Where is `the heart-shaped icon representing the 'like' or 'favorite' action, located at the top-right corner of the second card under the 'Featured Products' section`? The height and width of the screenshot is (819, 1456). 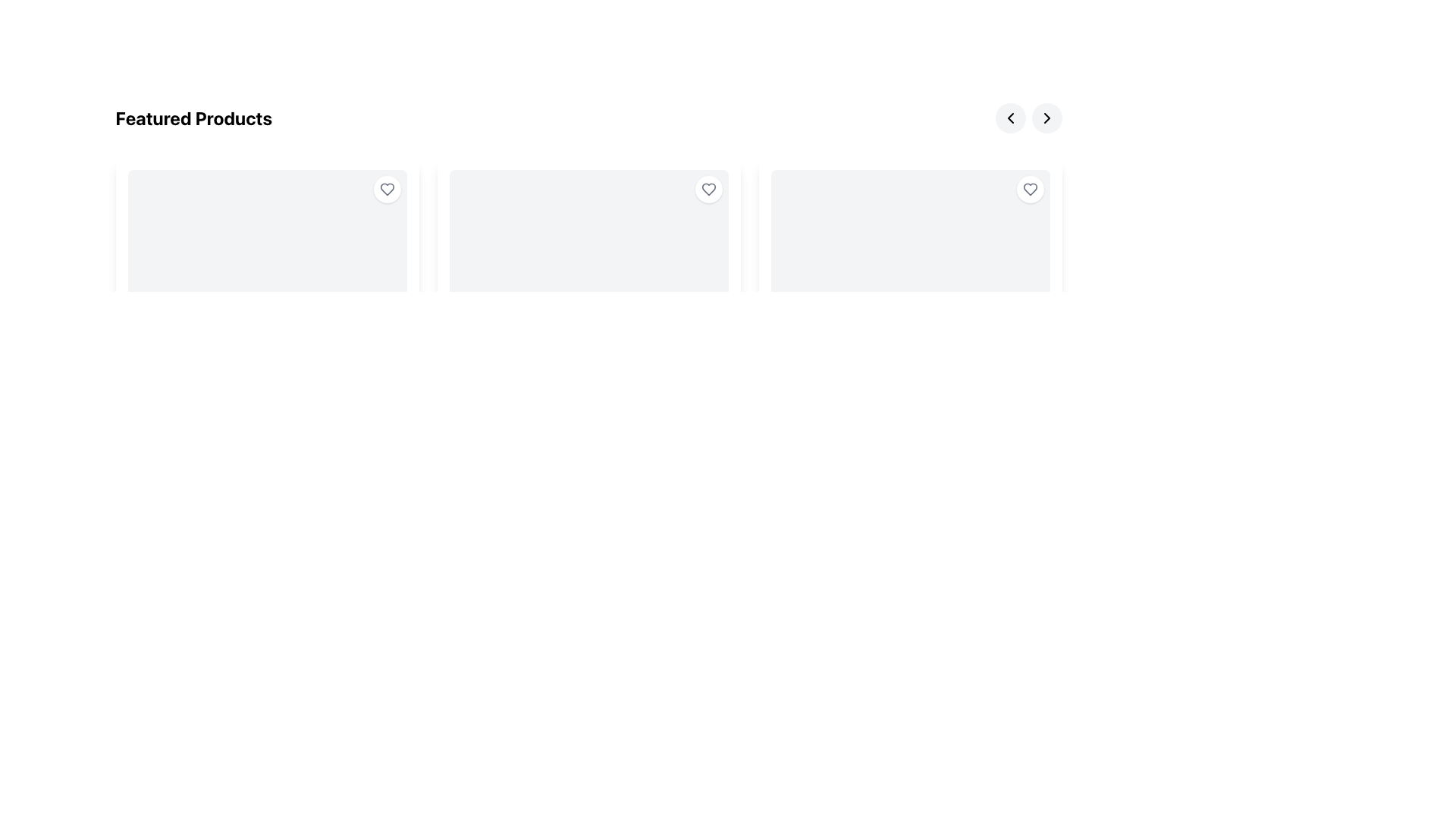 the heart-shaped icon representing the 'like' or 'favorite' action, located at the top-right corner of the second card under the 'Featured Products' section is located at coordinates (708, 189).